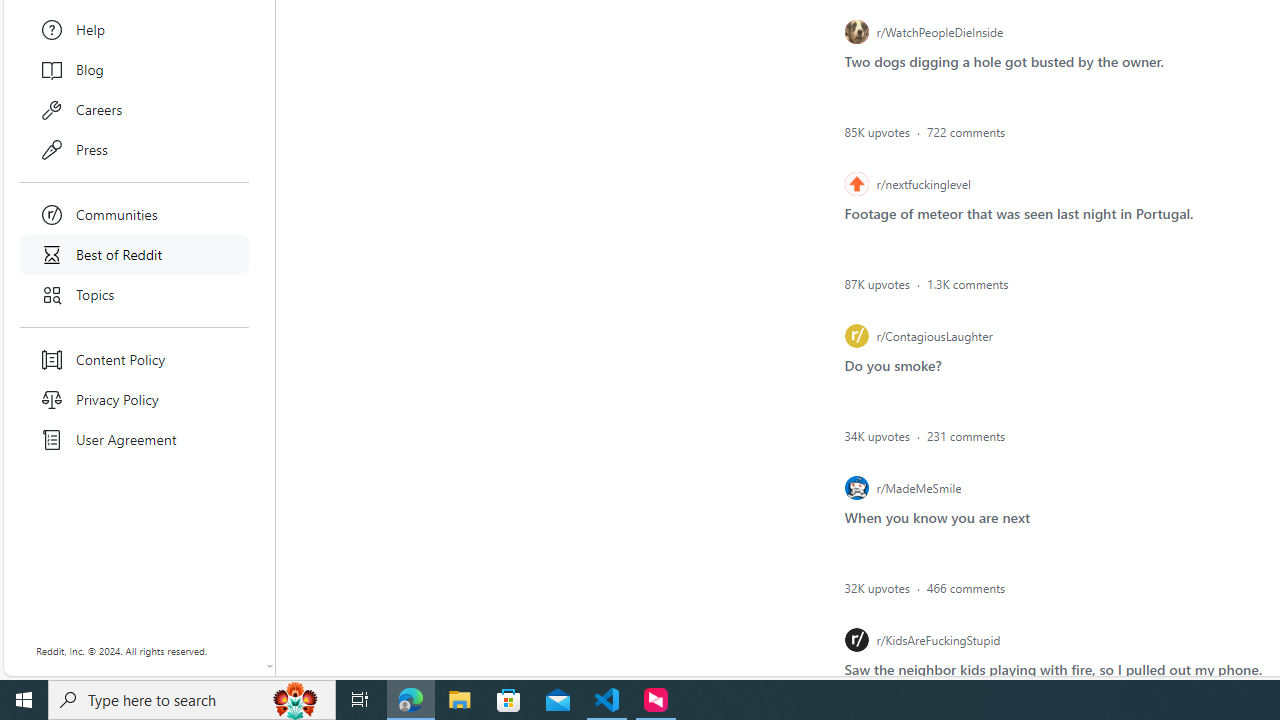 The width and height of the screenshot is (1280, 720). I want to click on 'Communities', so click(134, 214).